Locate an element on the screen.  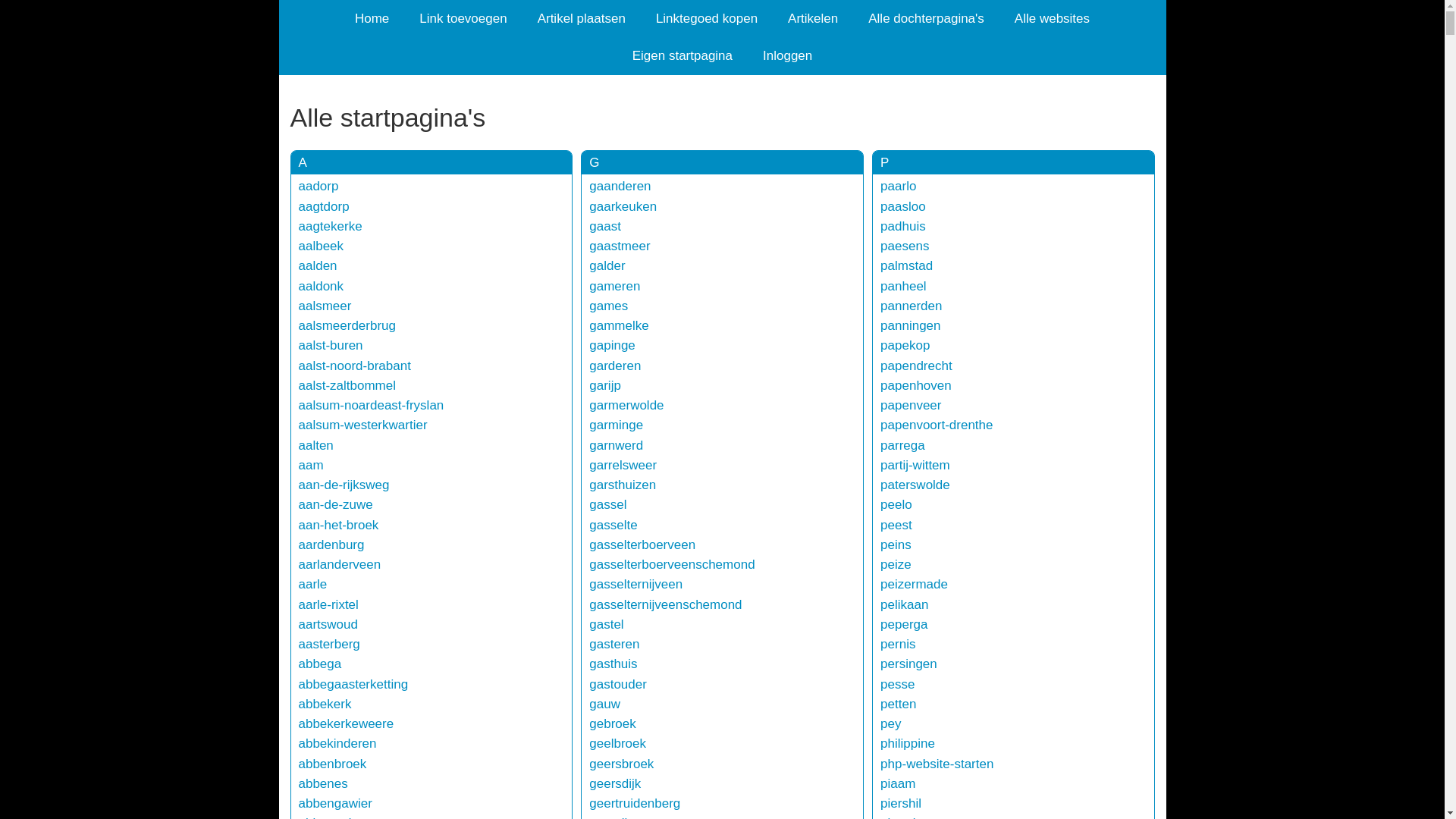
'papenvoort-drenthe' is located at coordinates (935, 425).